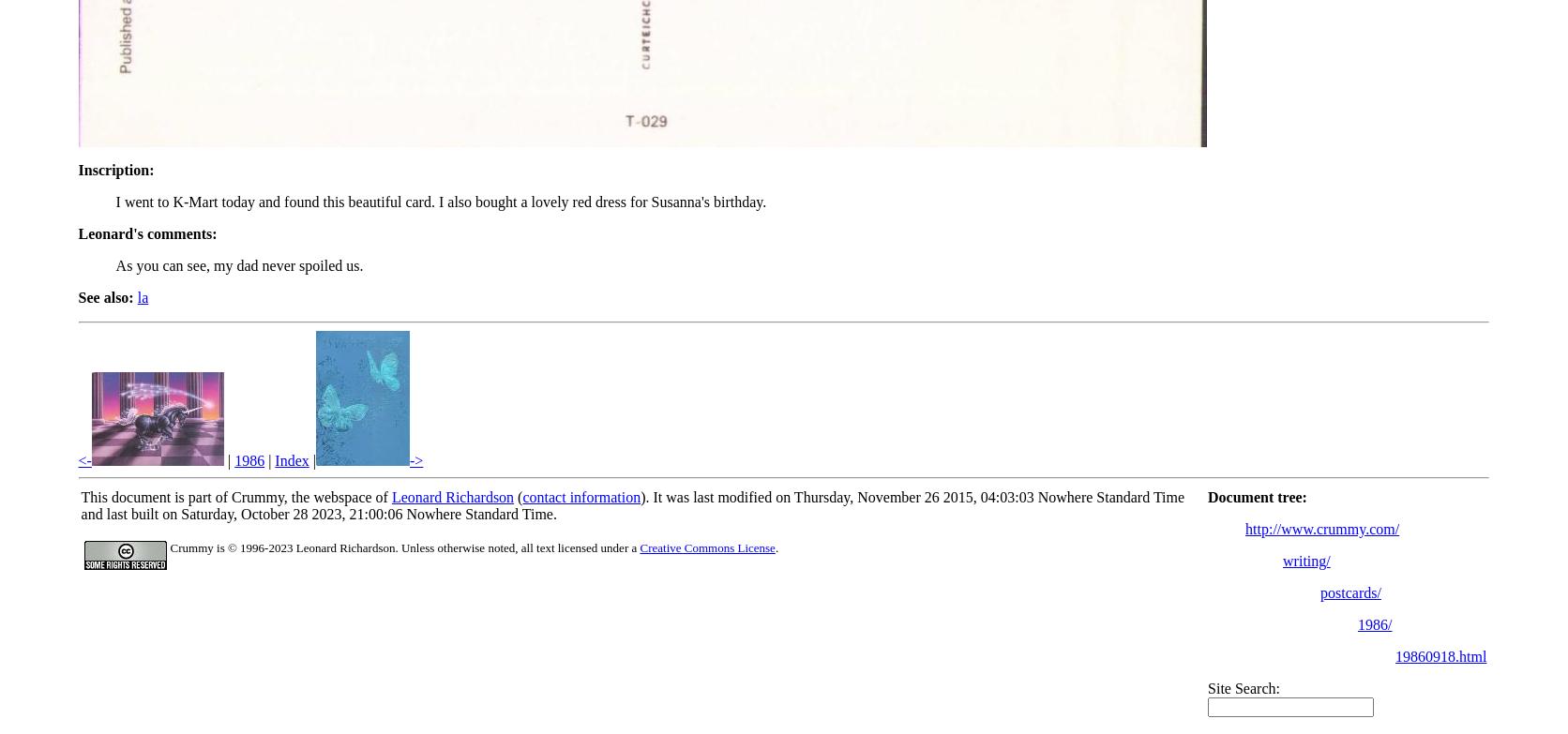 This screenshot has width=1568, height=734. What do you see at coordinates (1349, 592) in the screenshot?
I see `'postcards/'` at bounding box center [1349, 592].